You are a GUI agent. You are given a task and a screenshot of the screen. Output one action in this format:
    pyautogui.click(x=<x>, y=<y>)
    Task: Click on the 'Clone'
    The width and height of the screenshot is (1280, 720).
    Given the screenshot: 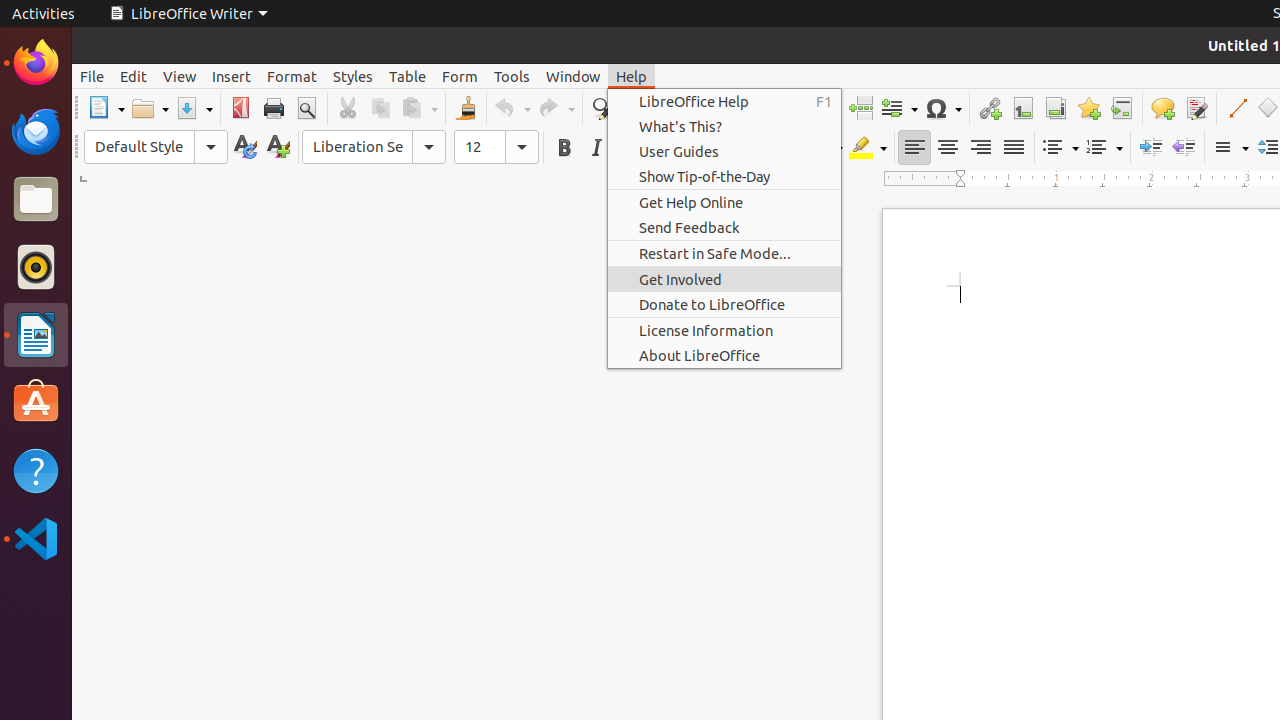 What is the action you would take?
    pyautogui.click(x=464, y=108)
    